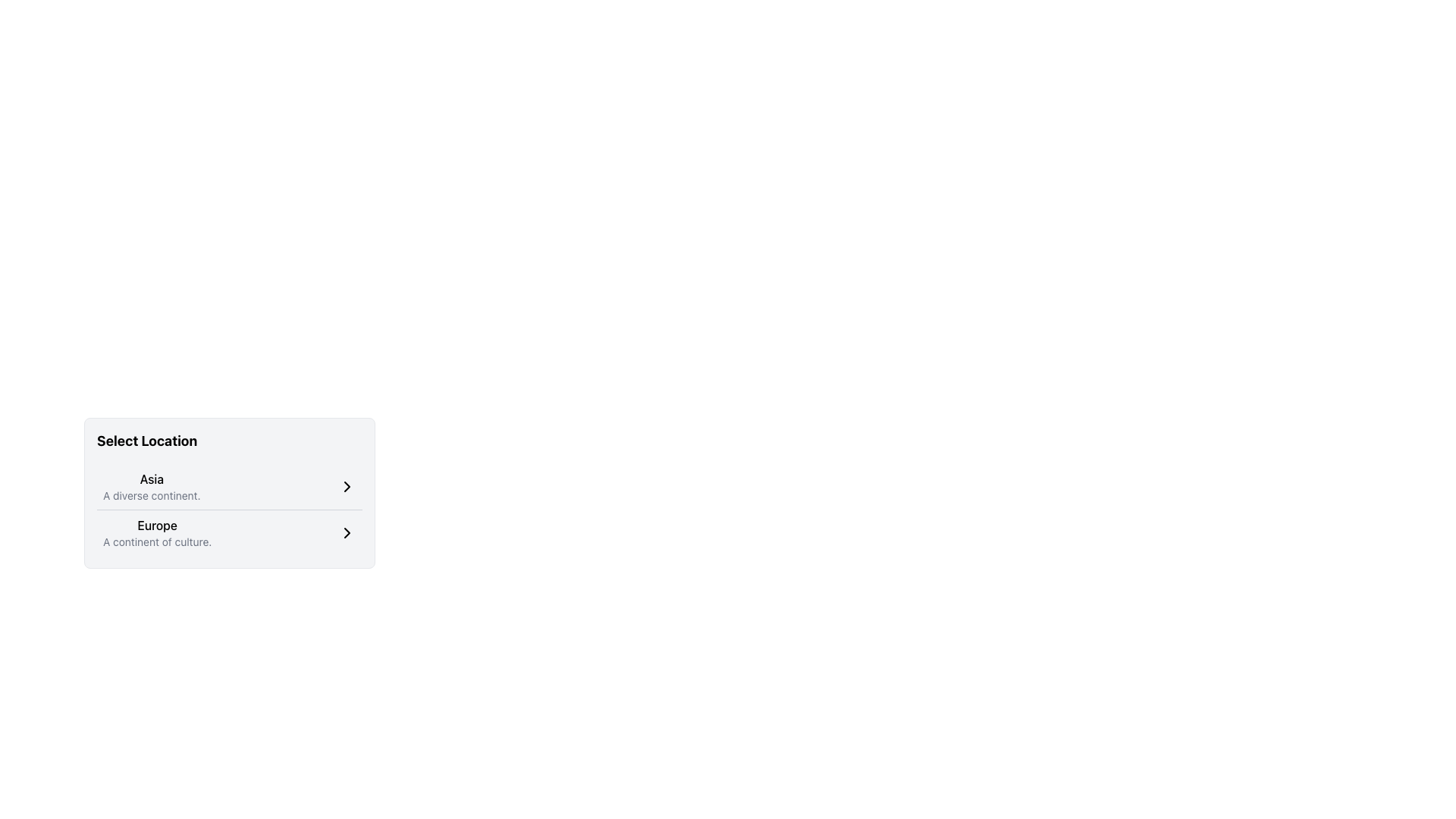 The height and width of the screenshot is (819, 1456). What do you see at coordinates (157, 525) in the screenshot?
I see `the text label displaying 'Europe'` at bounding box center [157, 525].